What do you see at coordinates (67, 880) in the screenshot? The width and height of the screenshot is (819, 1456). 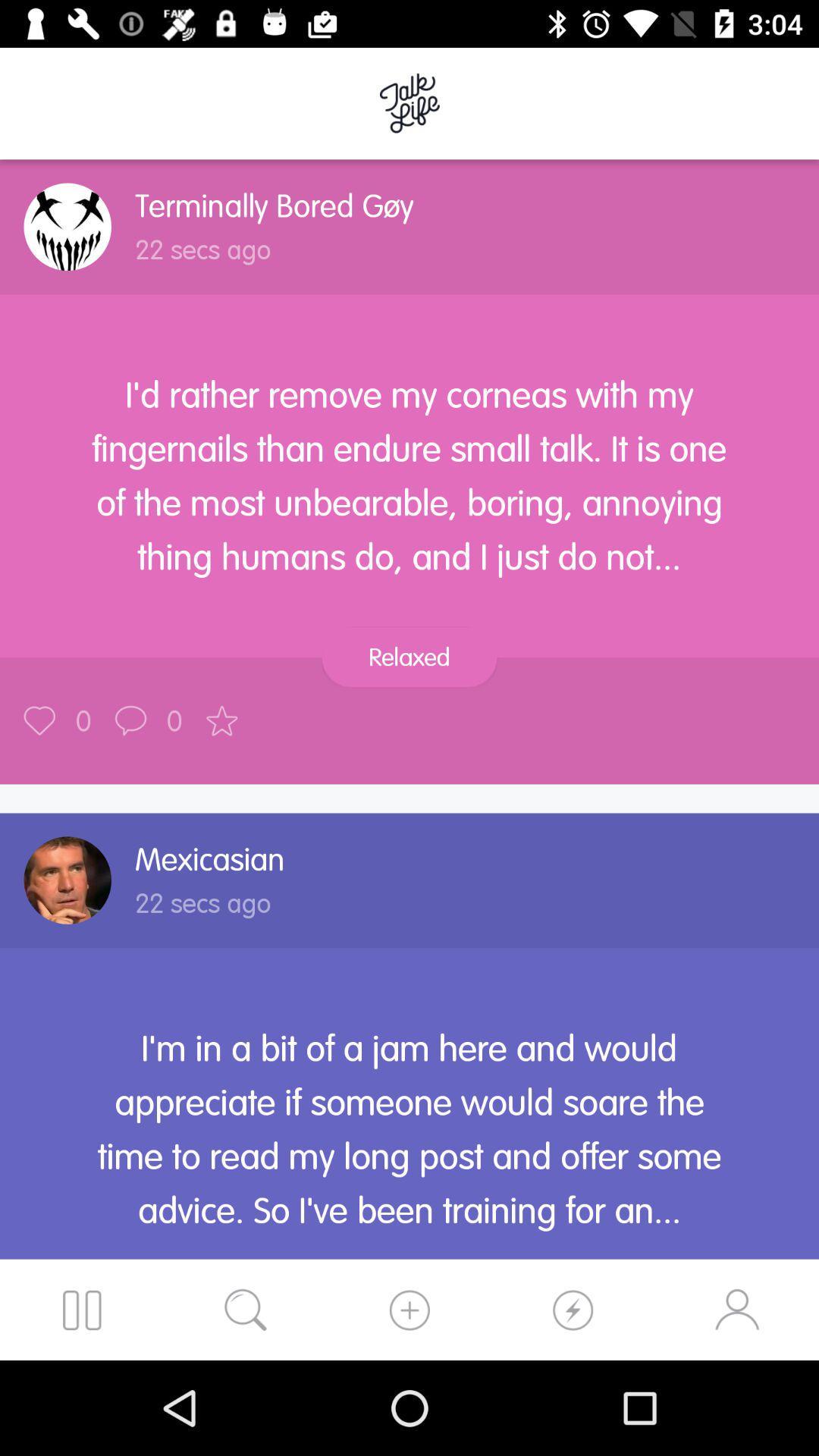 I see `profile` at bounding box center [67, 880].